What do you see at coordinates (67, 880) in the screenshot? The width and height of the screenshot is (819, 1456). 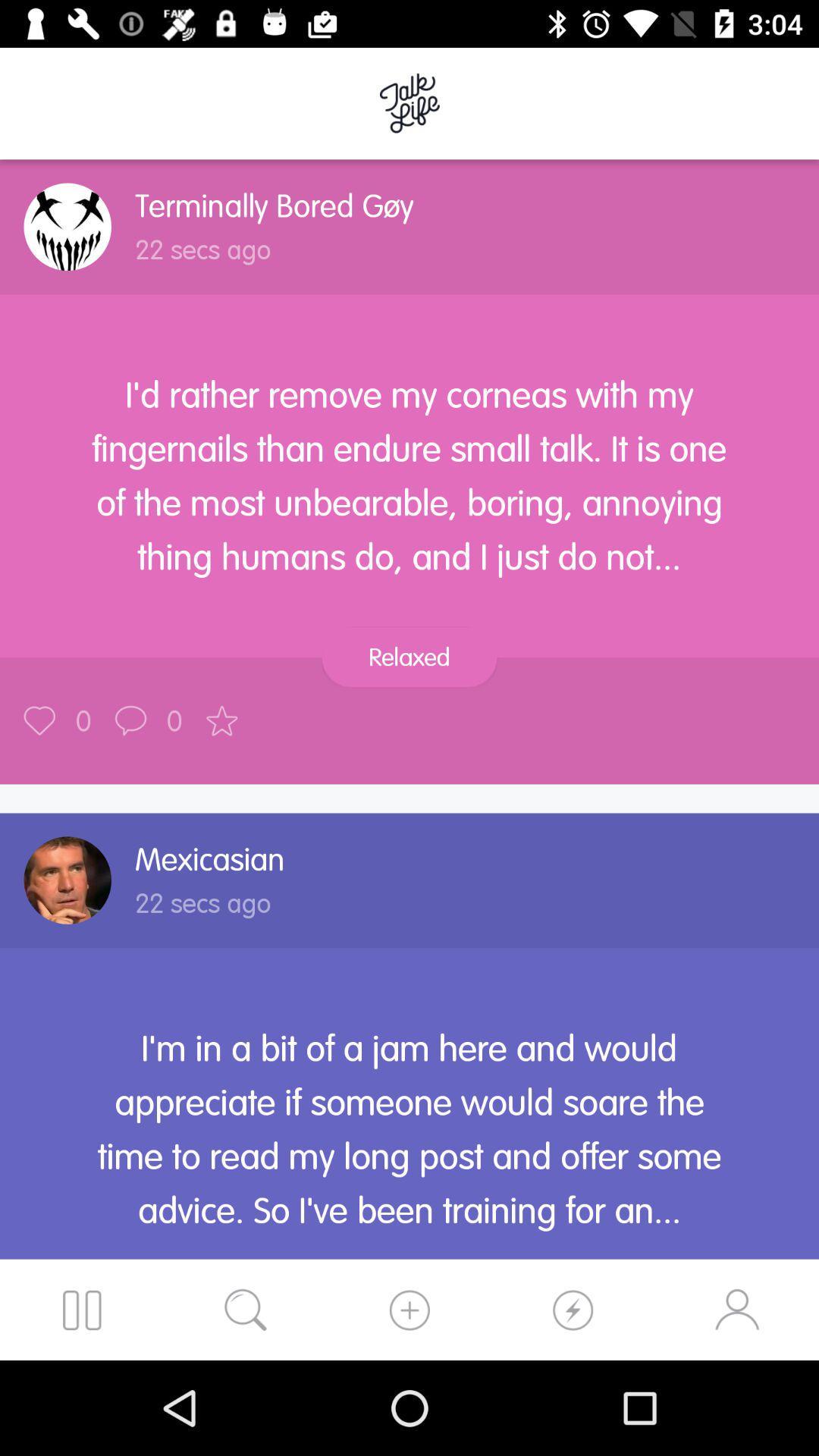 I see `profile` at bounding box center [67, 880].